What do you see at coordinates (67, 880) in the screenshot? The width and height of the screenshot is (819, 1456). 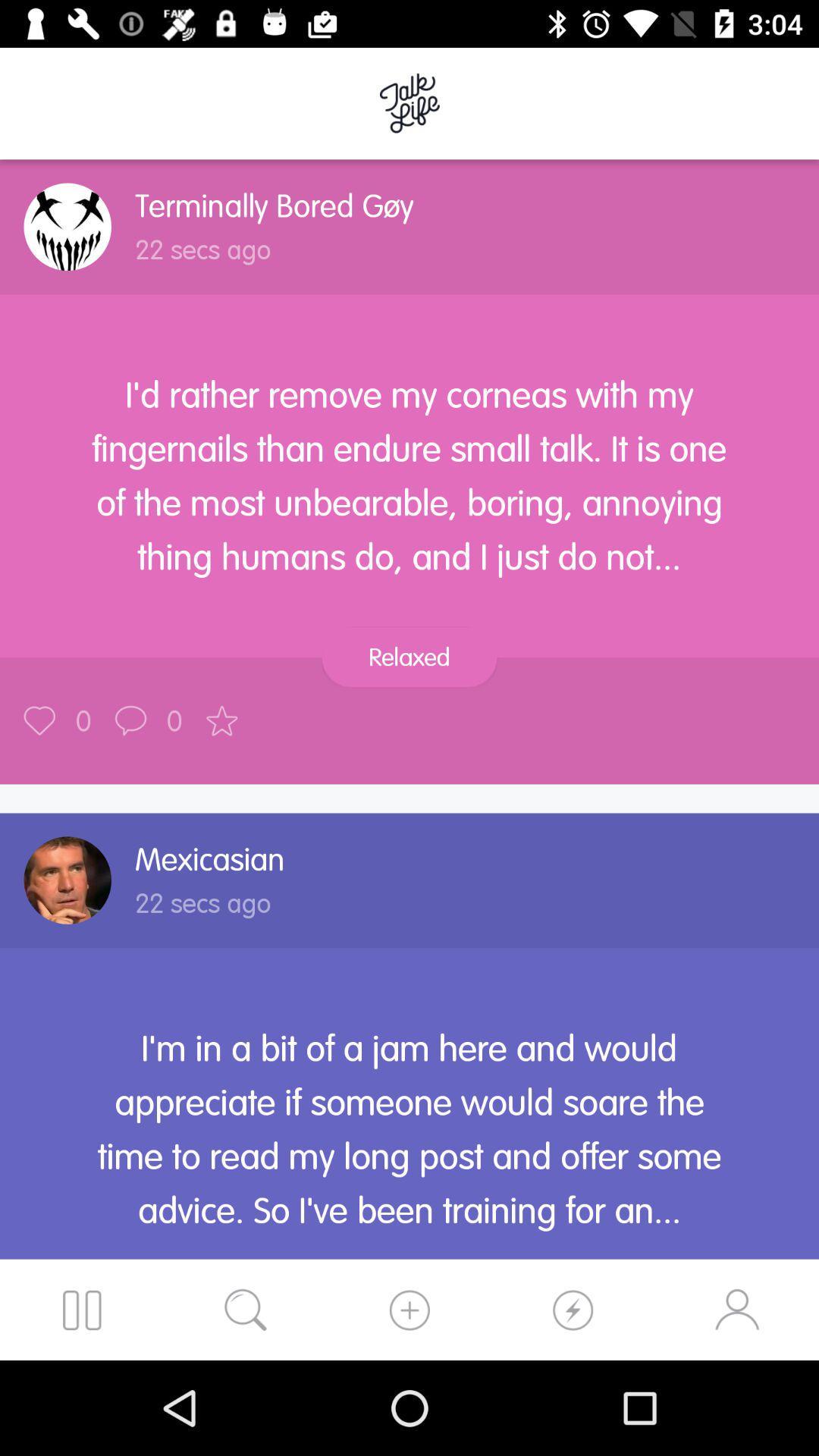 I see `profile` at bounding box center [67, 880].